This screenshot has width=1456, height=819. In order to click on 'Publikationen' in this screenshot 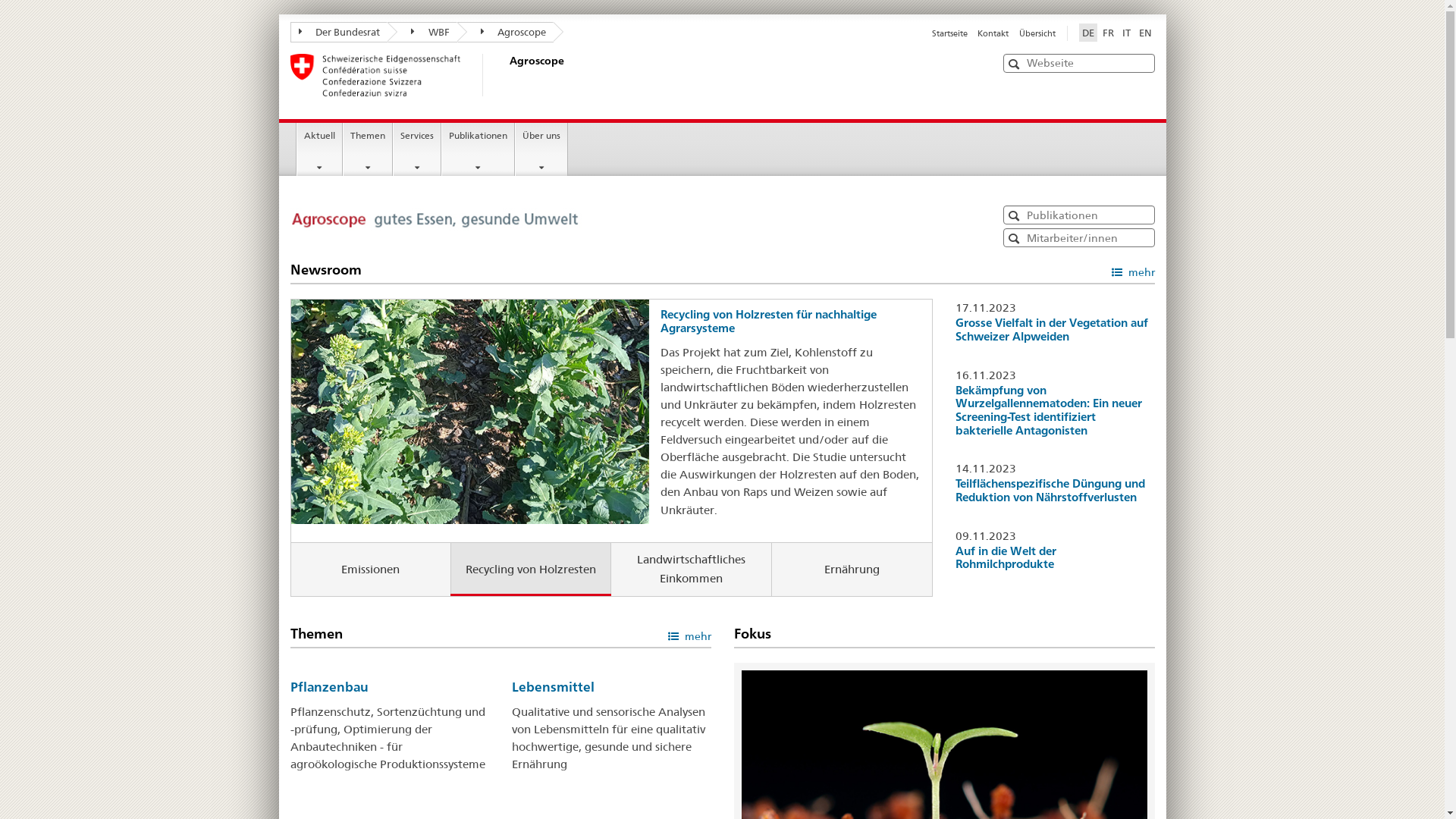, I will do `click(477, 149)`.